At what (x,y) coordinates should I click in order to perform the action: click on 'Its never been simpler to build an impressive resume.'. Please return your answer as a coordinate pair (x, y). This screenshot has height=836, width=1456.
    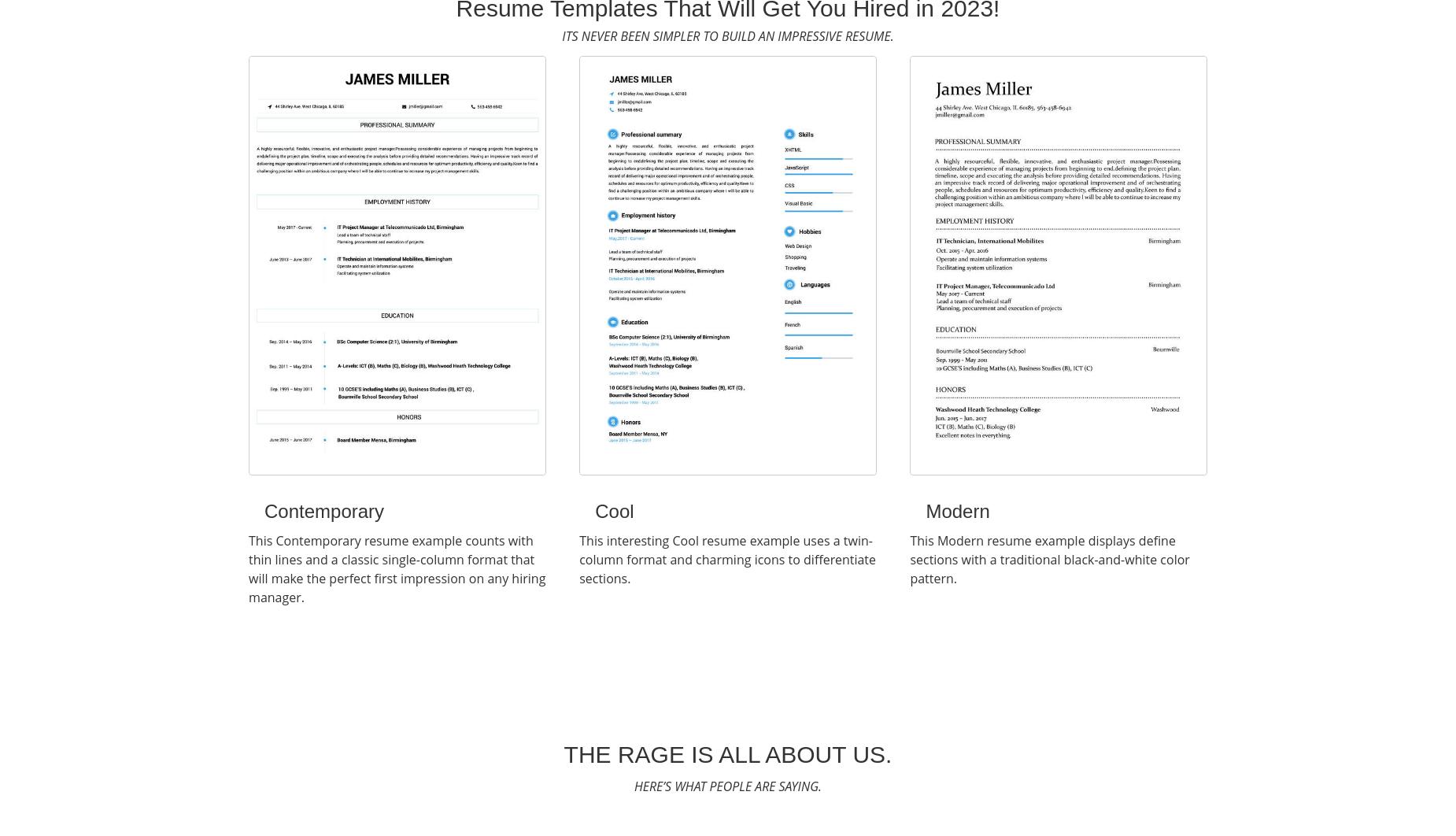
    Looking at the image, I should click on (727, 35).